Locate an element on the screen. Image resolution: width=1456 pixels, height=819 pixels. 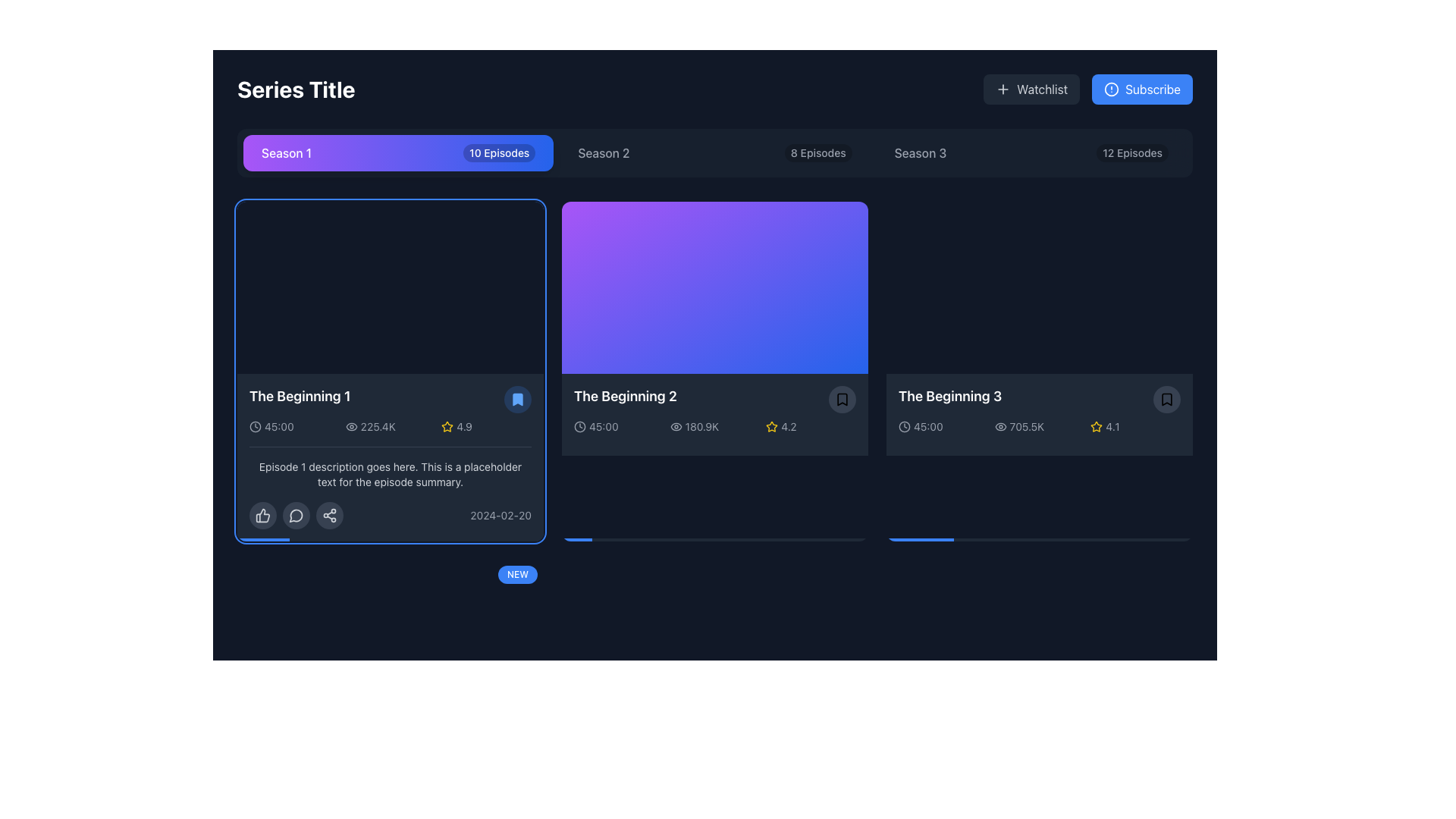
the bookmark button located at the top-right corner of the episode card, adjacent to 'The Beginning 1' text is located at coordinates (517, 399).